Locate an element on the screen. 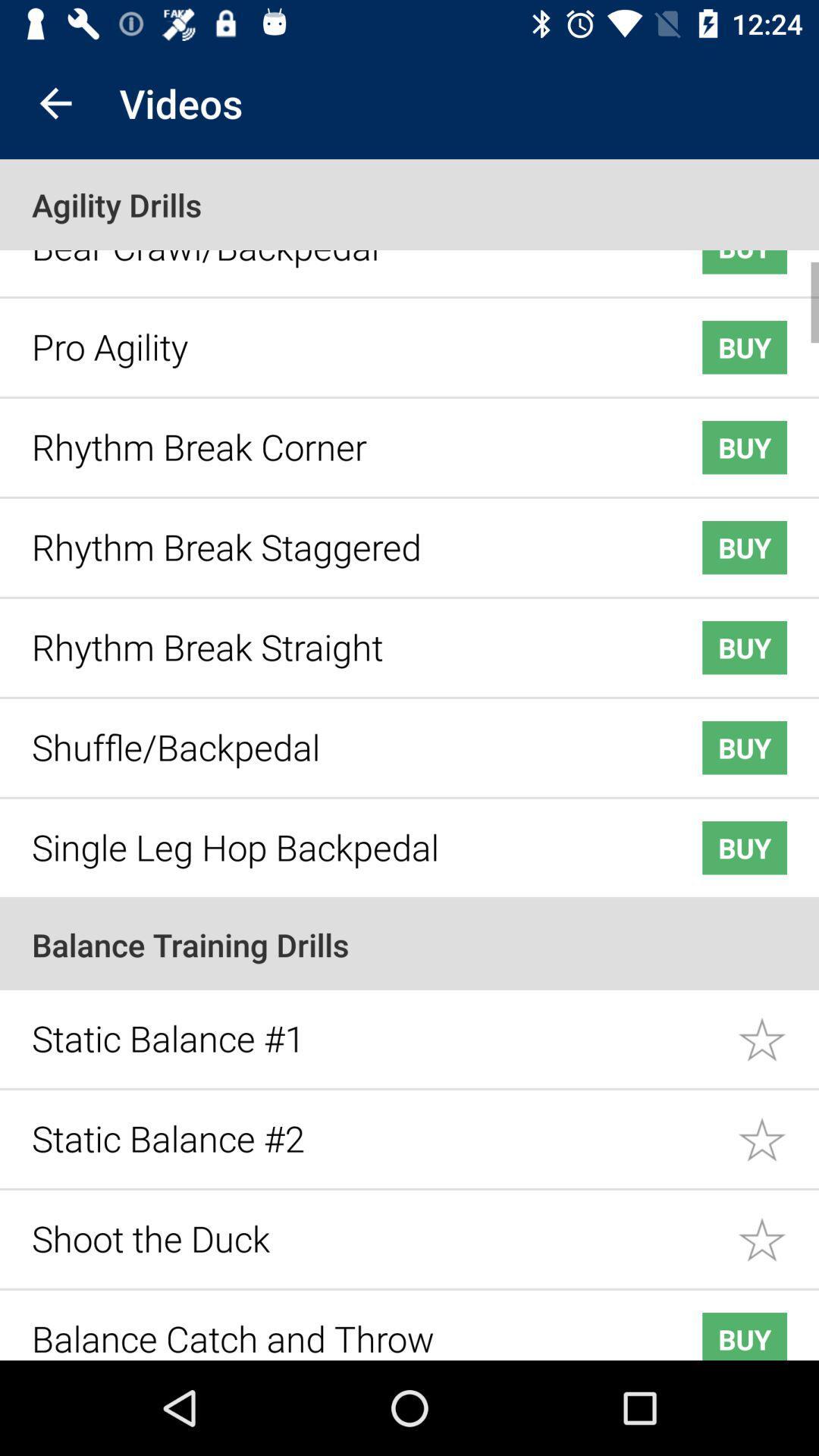  the icon to the left of the videos is located at coordinates (55, 102).